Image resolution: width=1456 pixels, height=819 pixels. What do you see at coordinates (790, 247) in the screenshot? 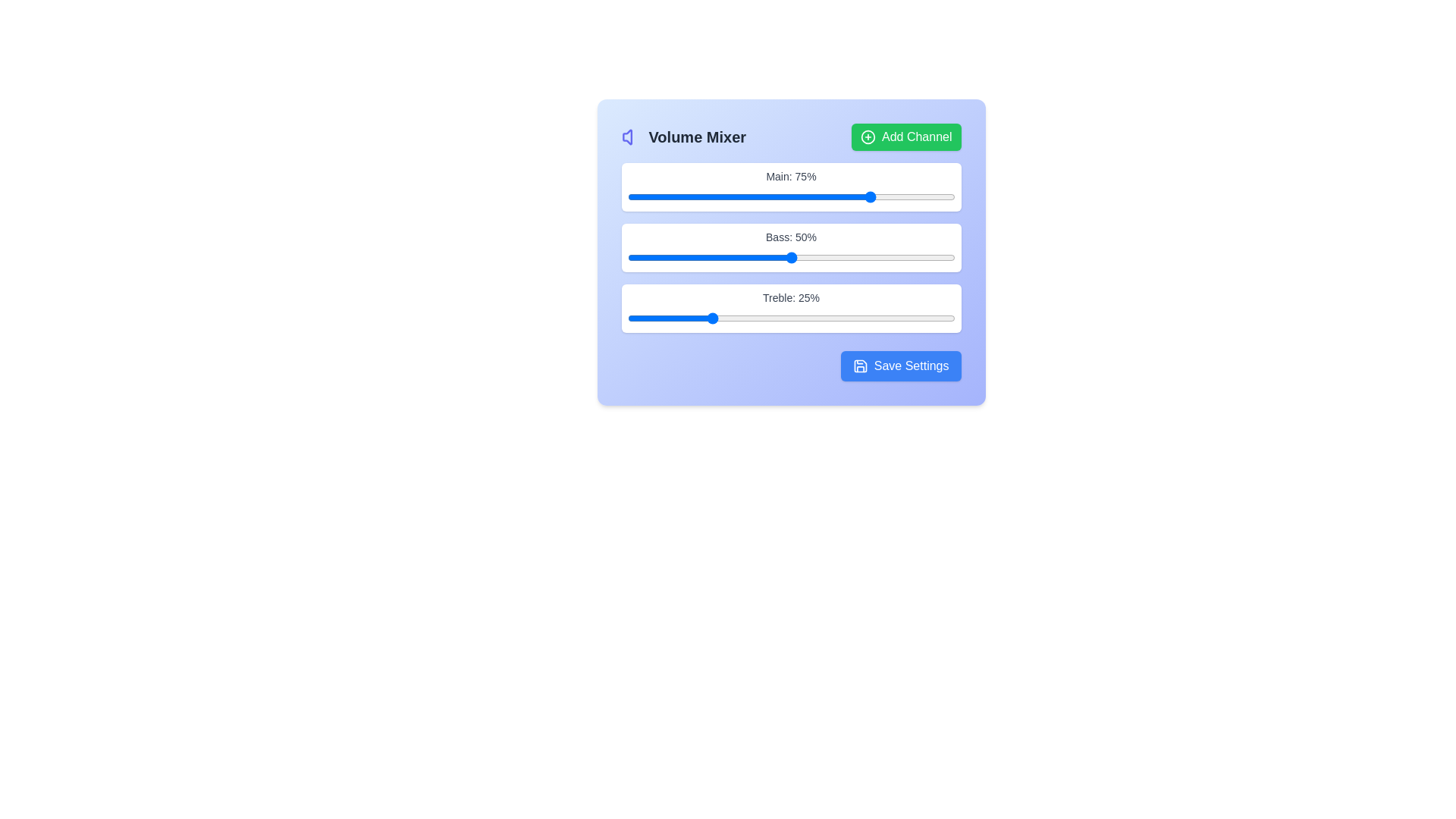
I see `the sliders labeled 'Main', 'Bass', and 'Treble'` at bounding box center [790, 247].